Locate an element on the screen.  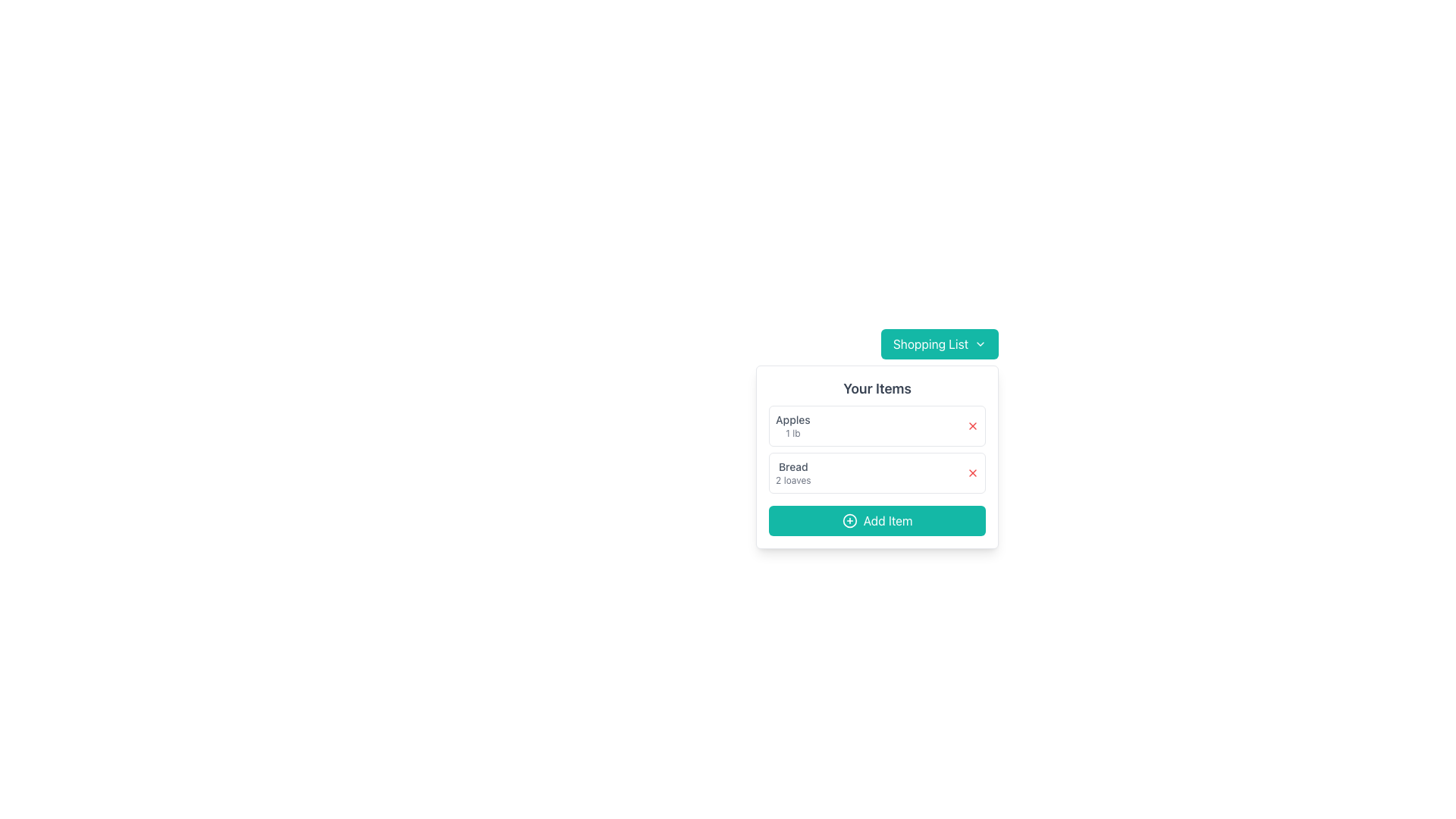
the first shopping list item displaying the product name and quantity is located at coordinates (877, 426).